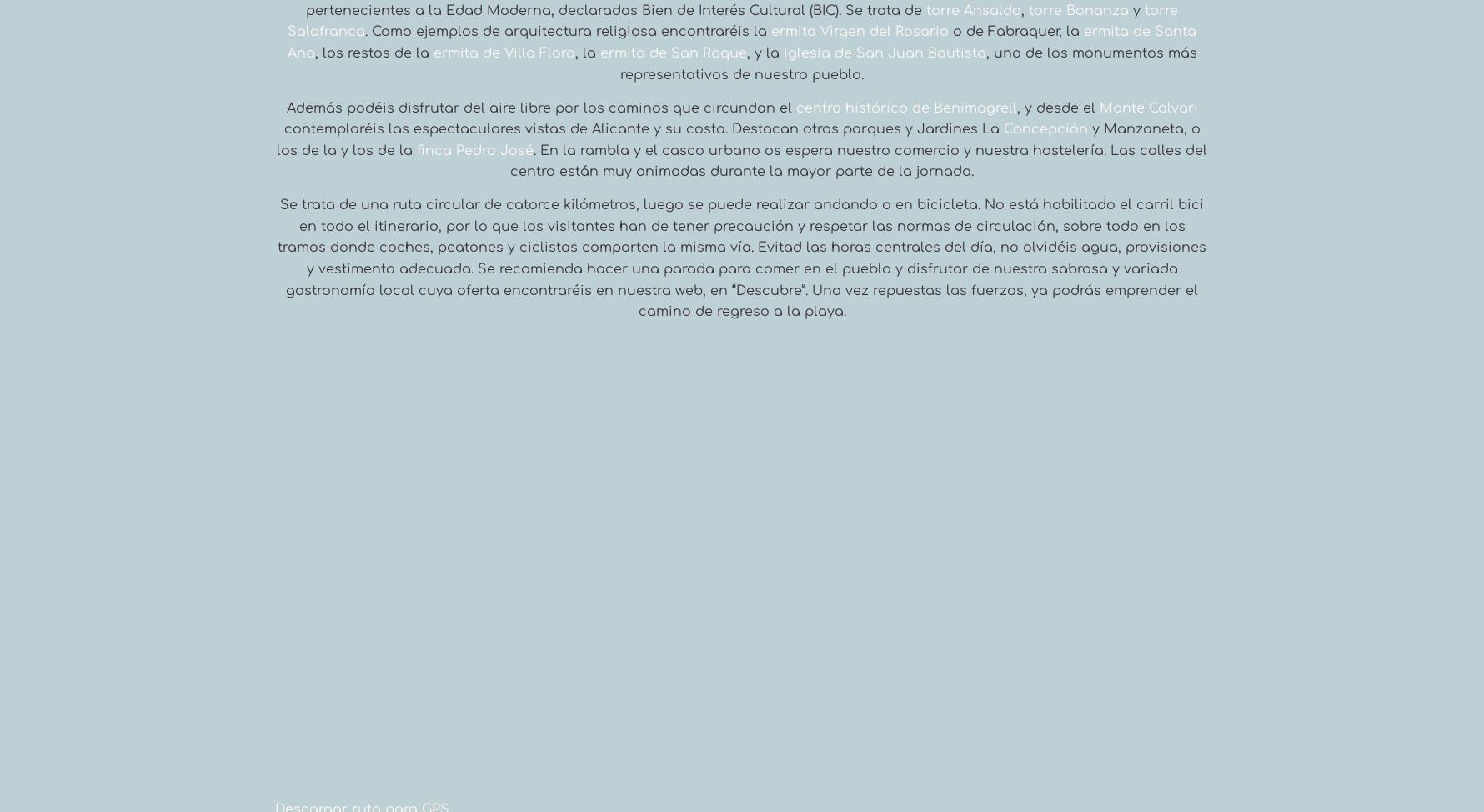 This screenshot has width=1484, height=812. Describe the element at coordinates (374, 53) in the screenshot. I see `', los restos de la'` at that location.